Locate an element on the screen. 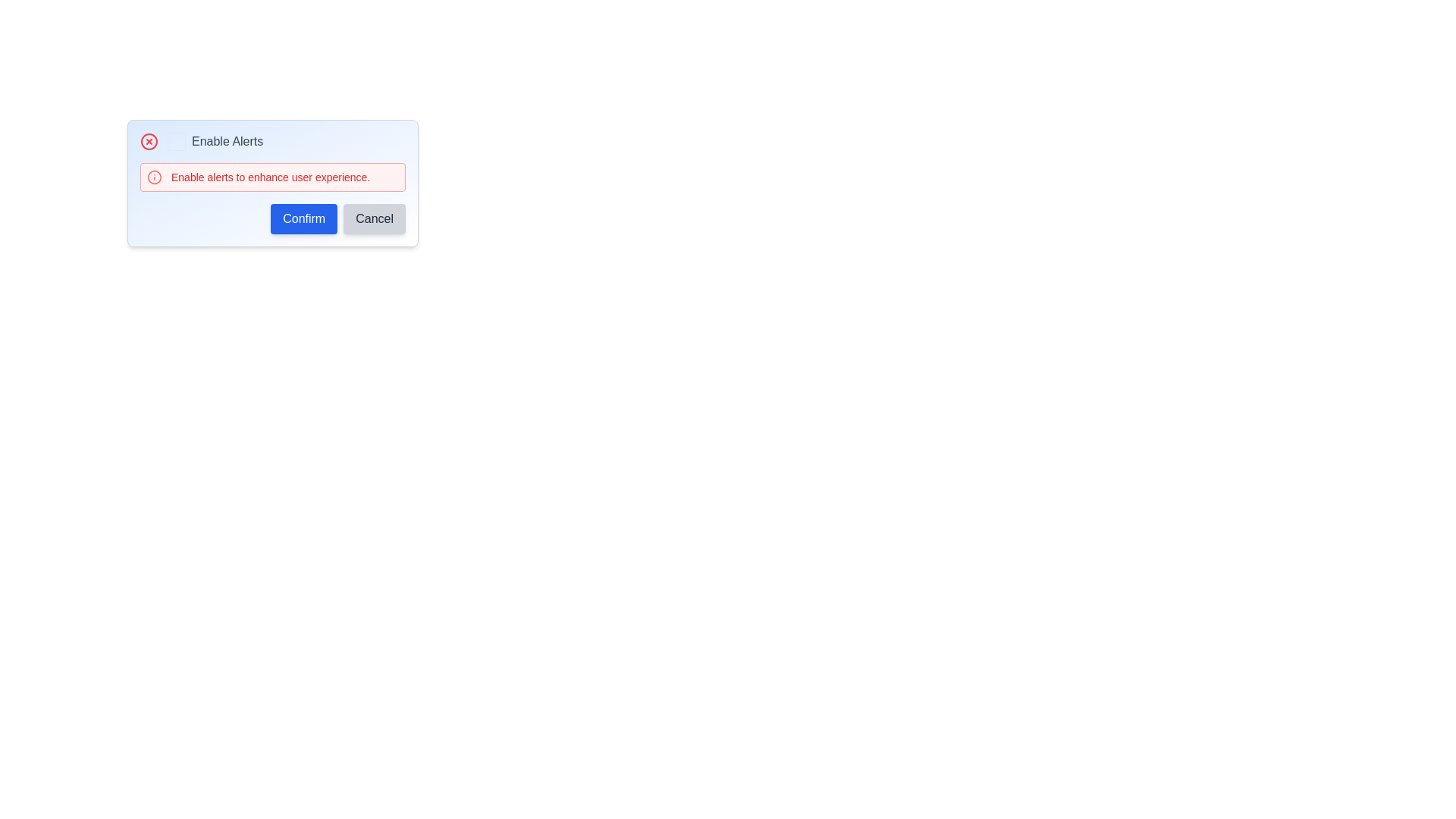 This screenshot has width=1456, height=819. the Text Label that describes the adjacent checkbox for enabling alerts, located near the top-center of the dialog box interface is located at coordinates (227, 141).